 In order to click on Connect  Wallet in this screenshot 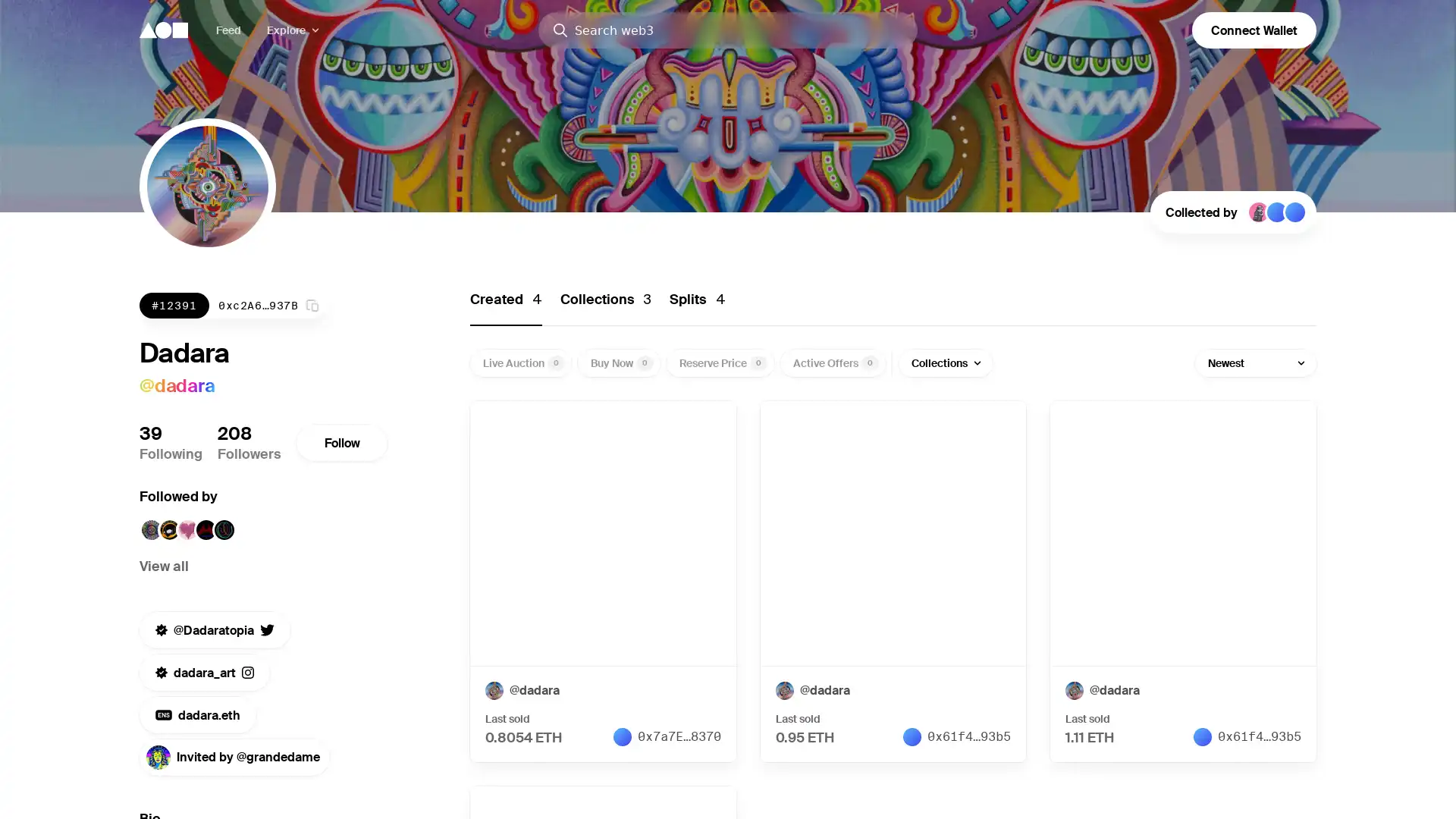, I will do `click(1253, 30)`.